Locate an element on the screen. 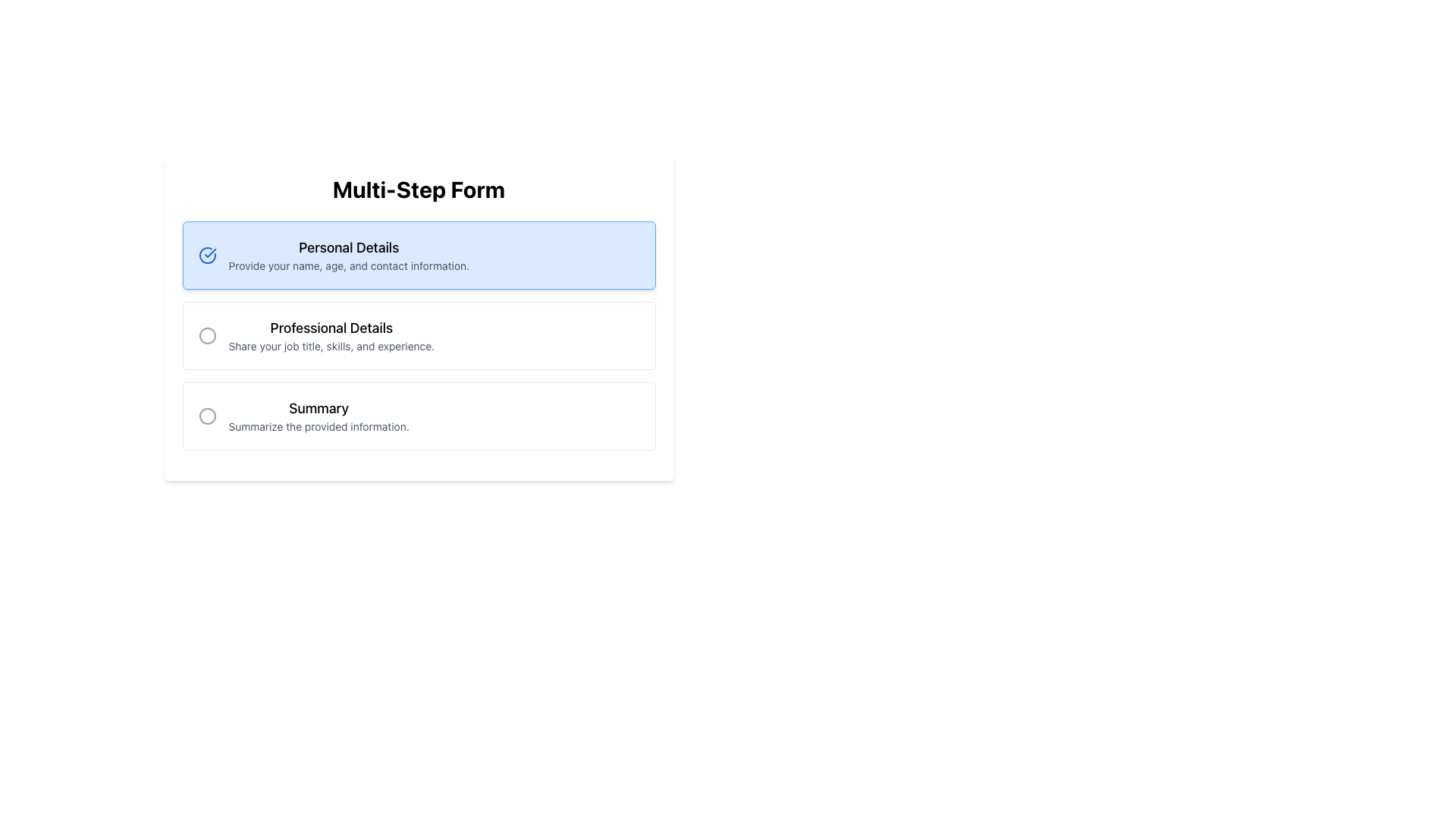 The height and width of the screenshot is (819, 1456). the radio button located to the left of the 'Summary' title is located at coordinates (206, 416).